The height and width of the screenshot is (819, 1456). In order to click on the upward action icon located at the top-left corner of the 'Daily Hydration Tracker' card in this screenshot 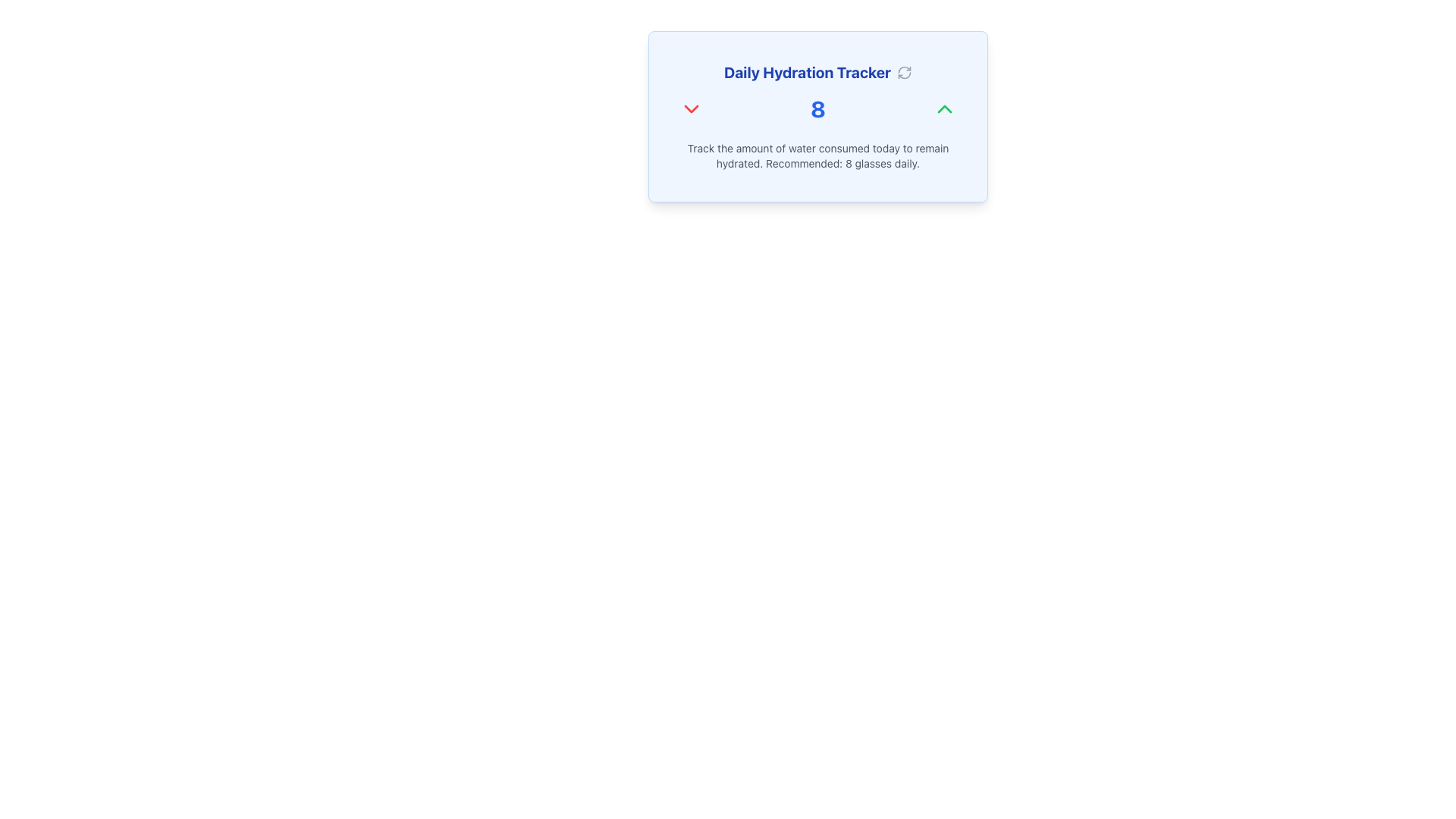, I will do `click(944, 108)`.